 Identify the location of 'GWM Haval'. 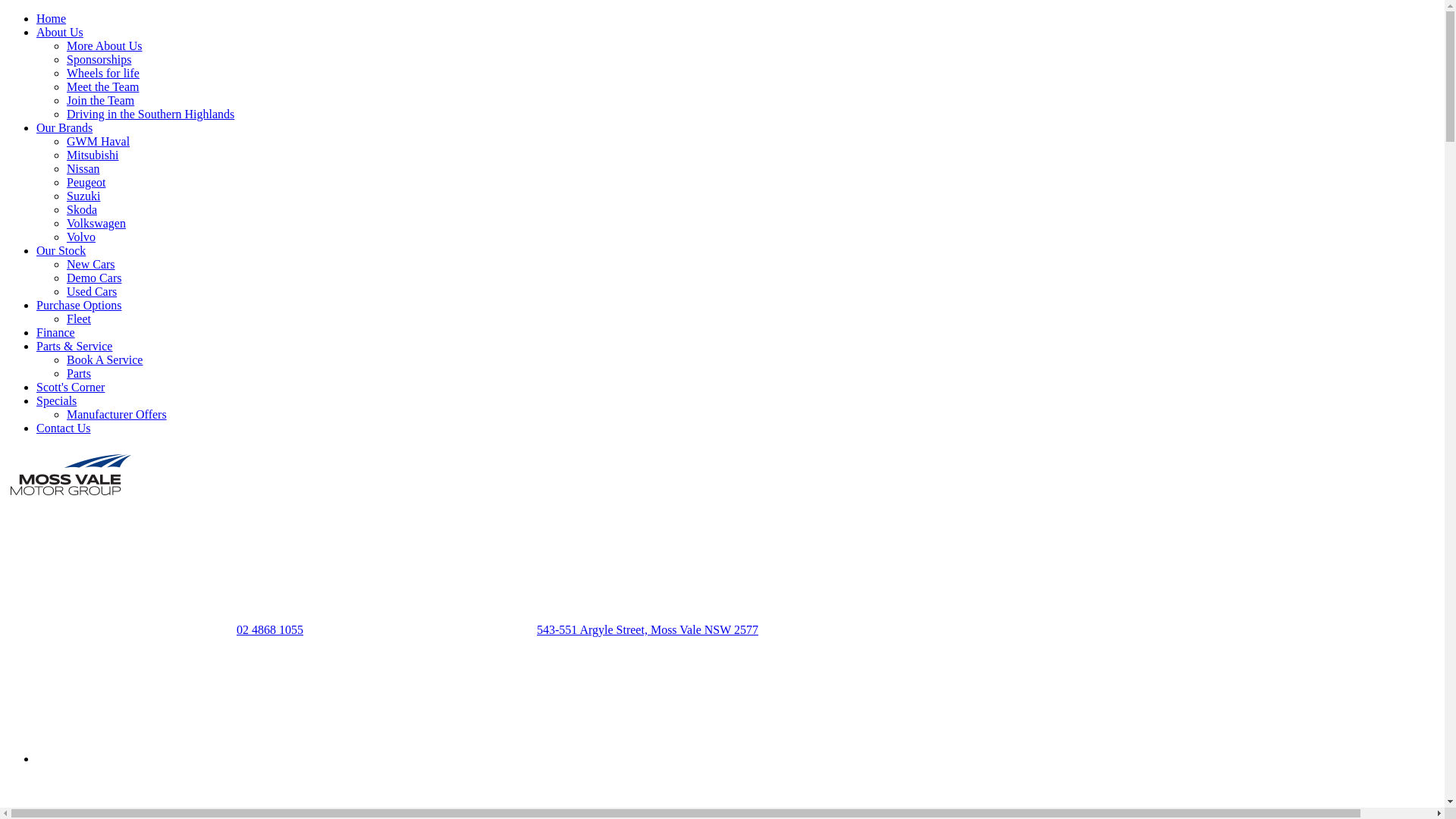
(97, 141).